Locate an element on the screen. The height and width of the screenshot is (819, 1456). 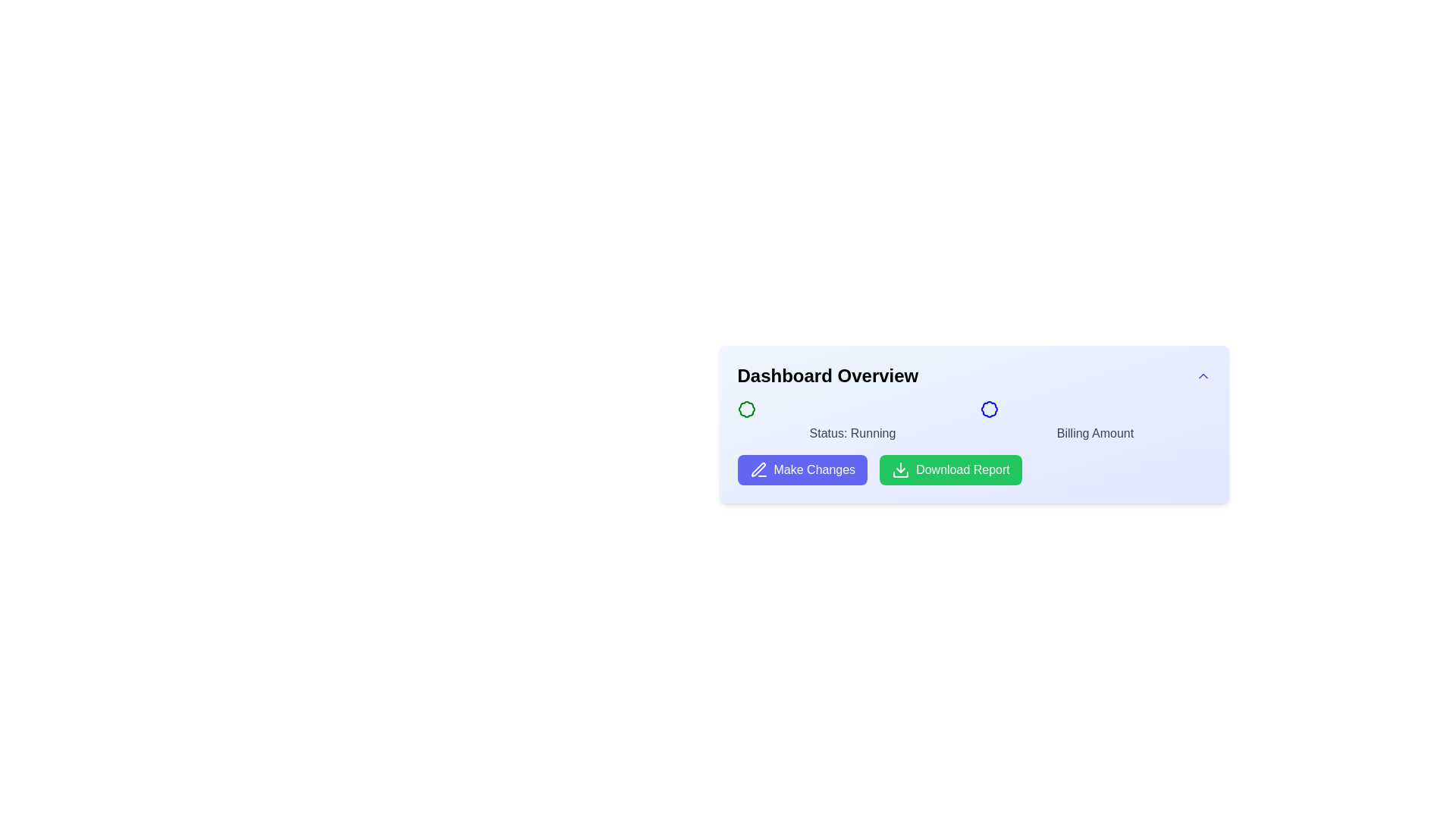
the 'Download Report' button with a green background and white text, located at the bottom of the 'Dashboard Overview' panel is located at coordinates (974, 469).